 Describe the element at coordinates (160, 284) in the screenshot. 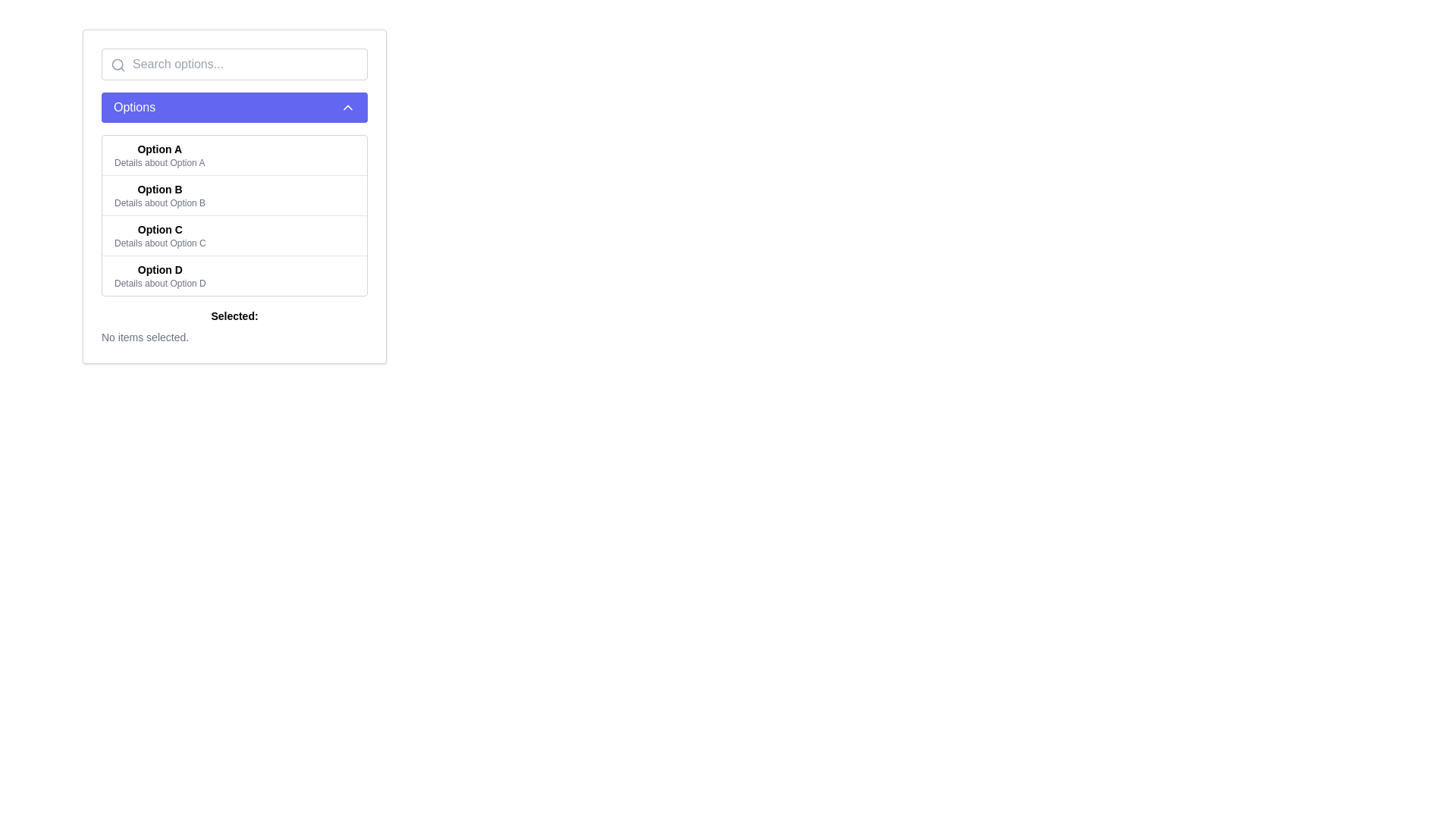

I see `the text label displaying 'Details about Option D', which is located beneath the bold title 'Option D' in the options list` at that location.